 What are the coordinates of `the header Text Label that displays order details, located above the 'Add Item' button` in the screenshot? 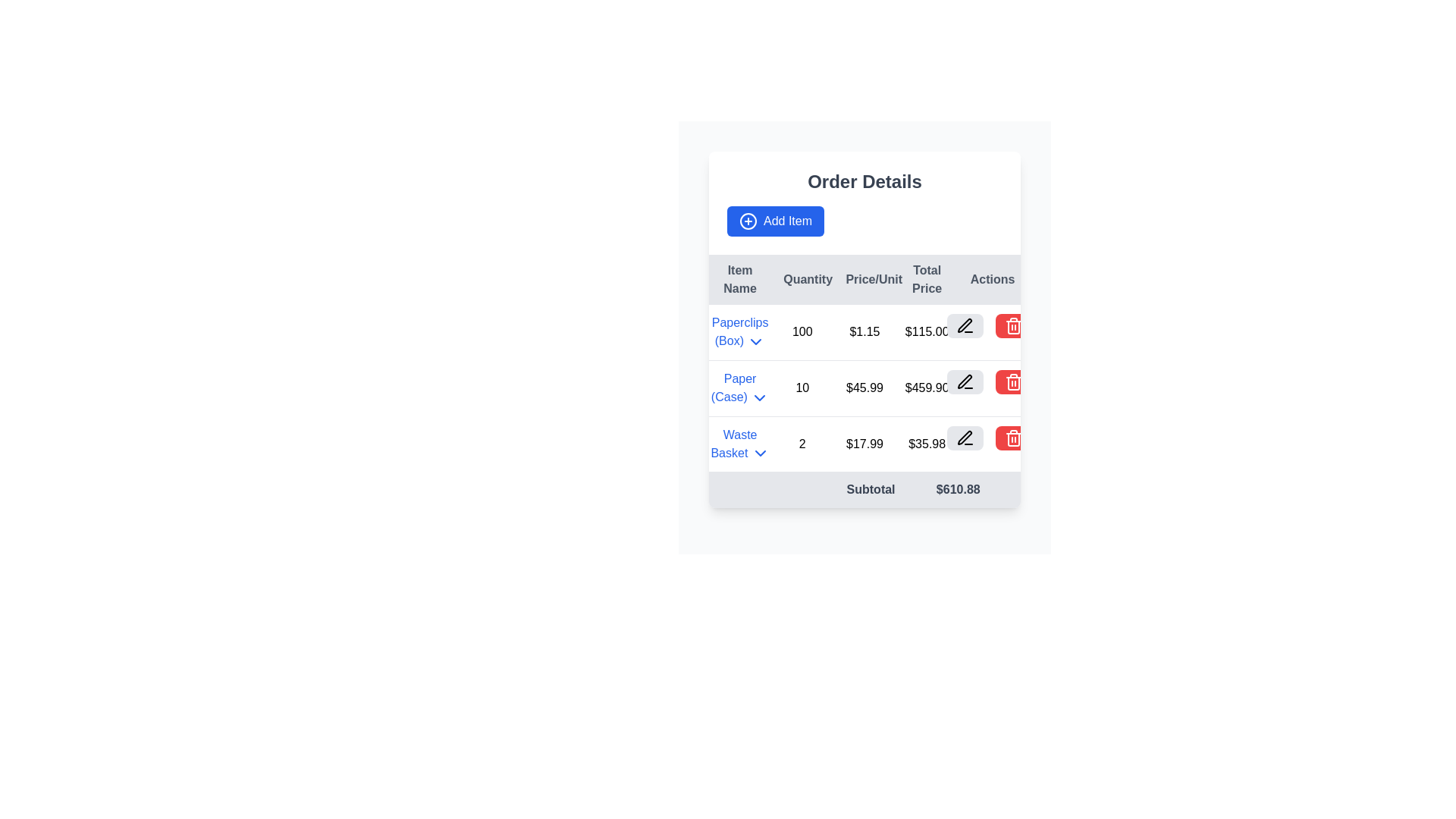 It's located at (864, 180).